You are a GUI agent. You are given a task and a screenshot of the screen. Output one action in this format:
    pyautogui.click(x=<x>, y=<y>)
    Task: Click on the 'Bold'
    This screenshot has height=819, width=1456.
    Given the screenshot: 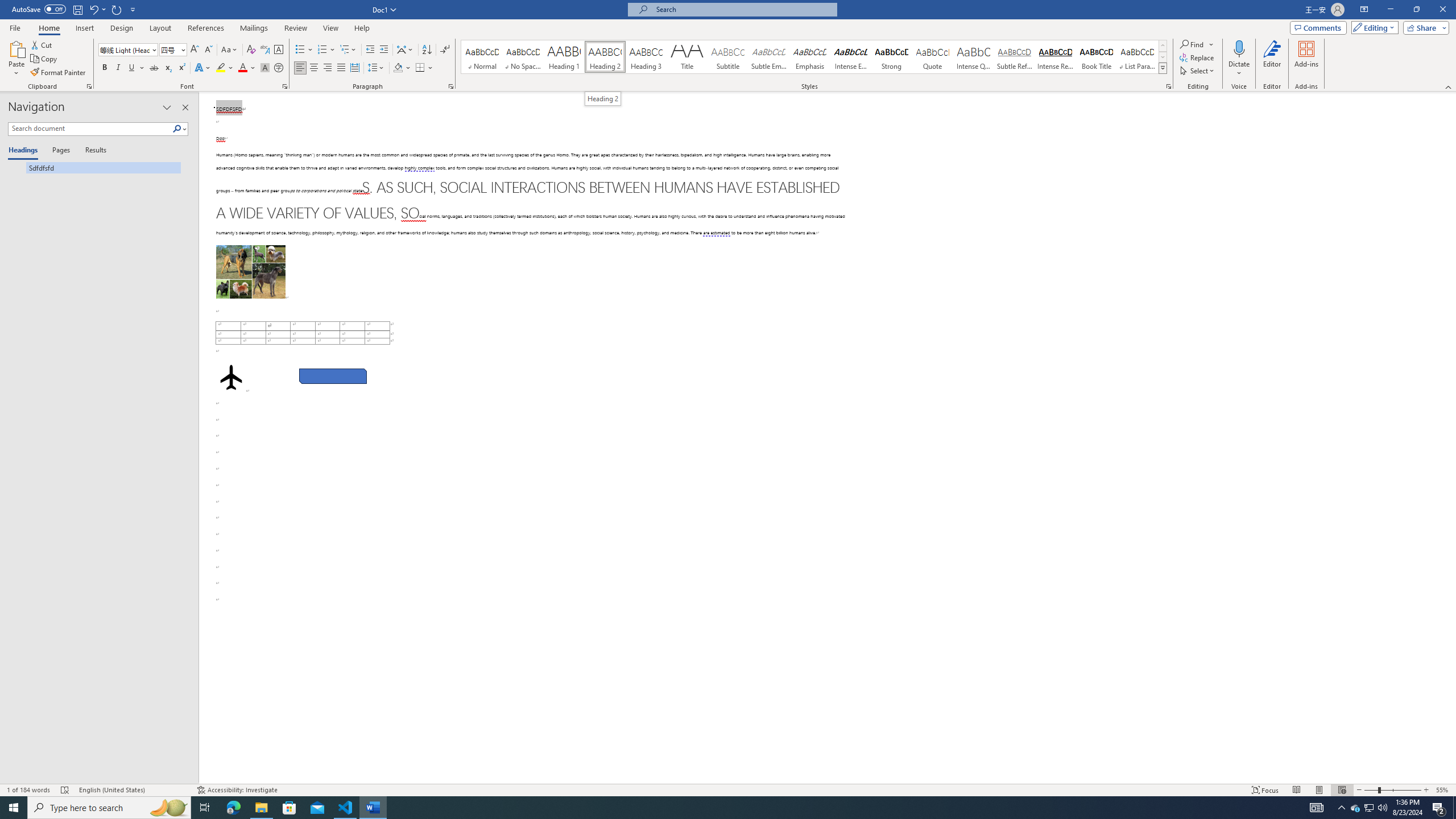 What is the action you would take?
    pyautogui.click(x=104, y=67)
    